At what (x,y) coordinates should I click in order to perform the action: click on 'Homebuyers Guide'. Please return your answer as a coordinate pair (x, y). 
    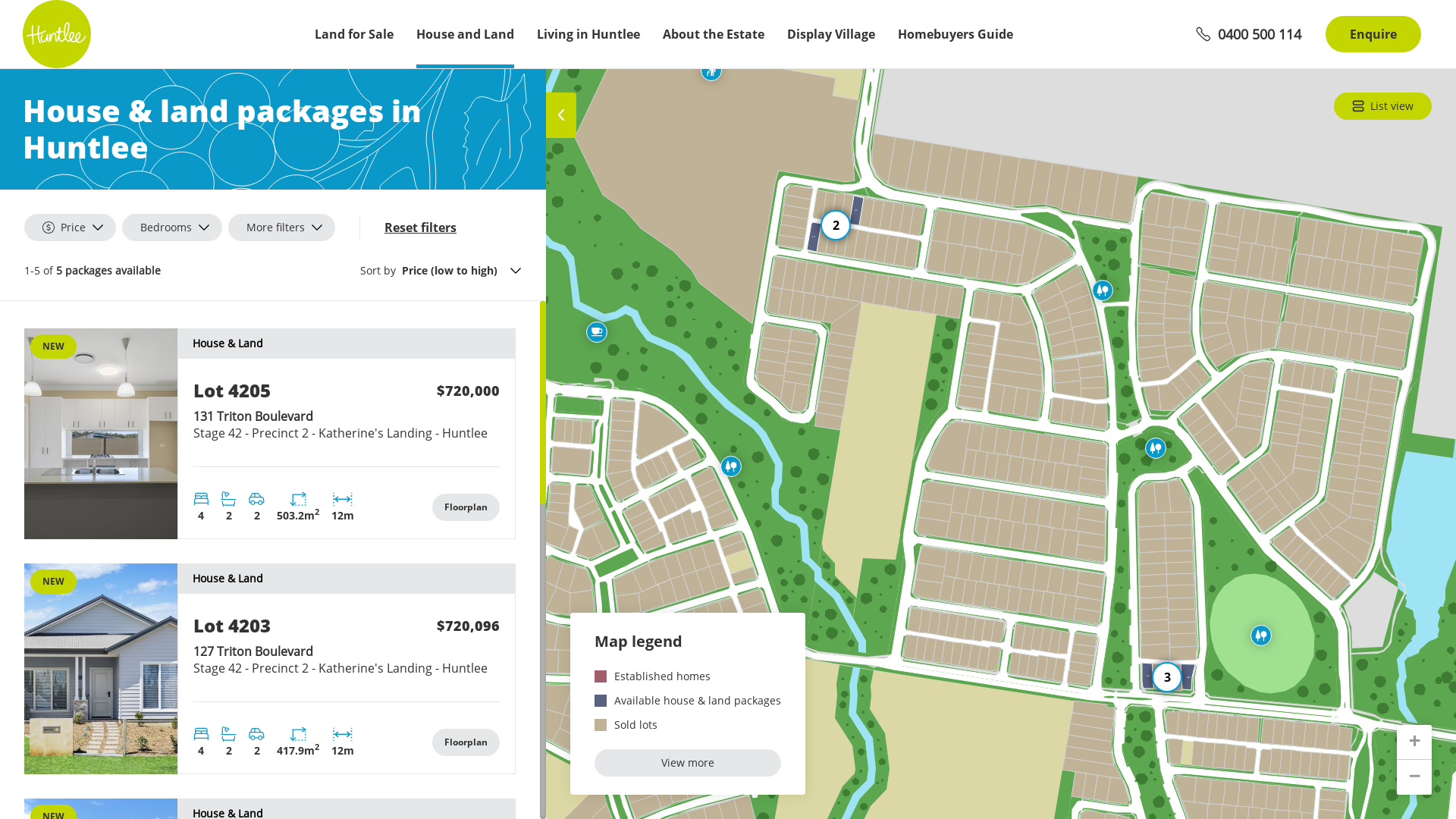
    Looking at the image, I should click on (954, 34).